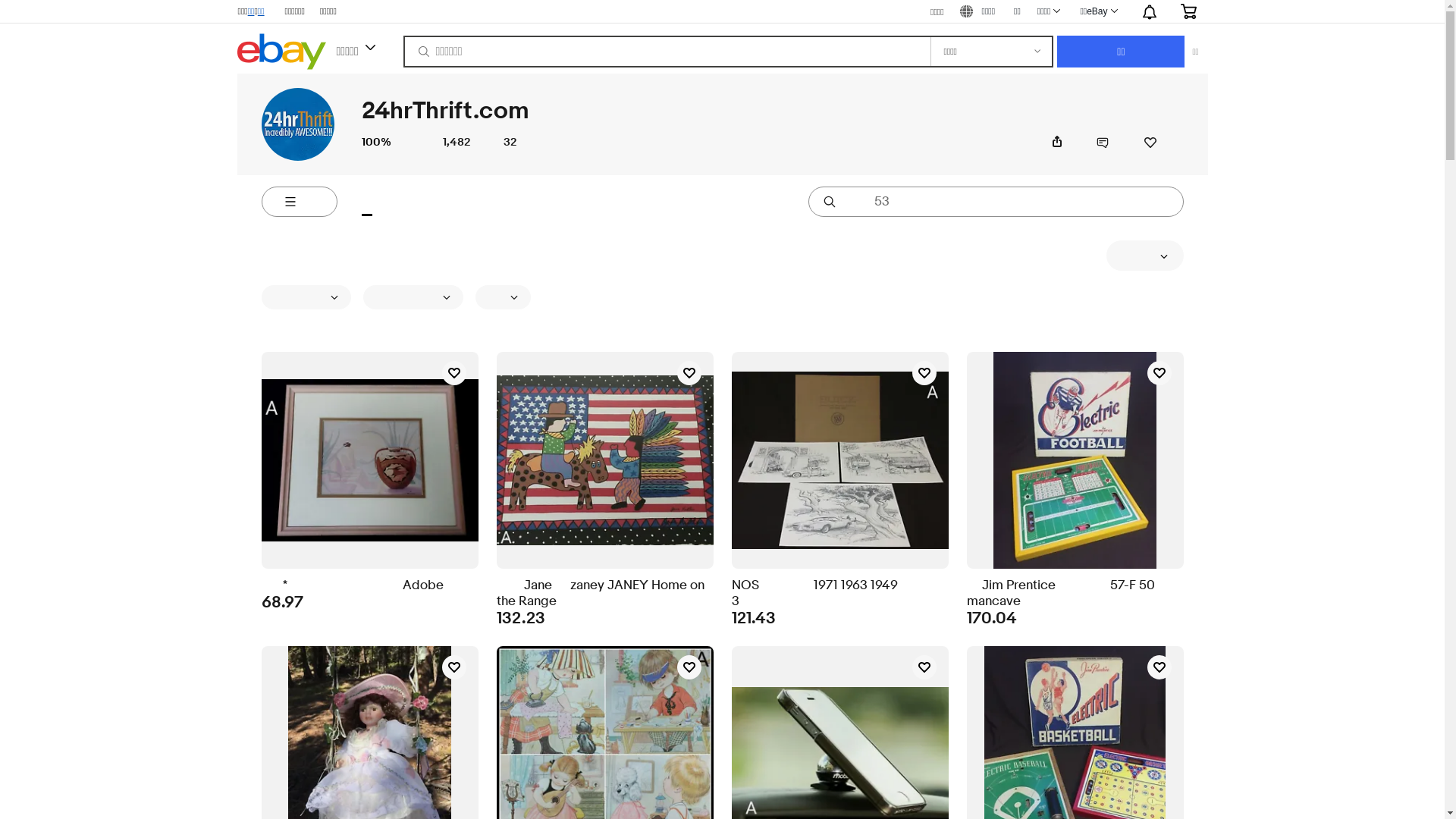 Image resolution: width=1456 pixels, height=819 pixels. What do you see at coordinates (297, 124) in the screenshot?
I see `'24hrThrift.com'` at bounding box center [297, 124].